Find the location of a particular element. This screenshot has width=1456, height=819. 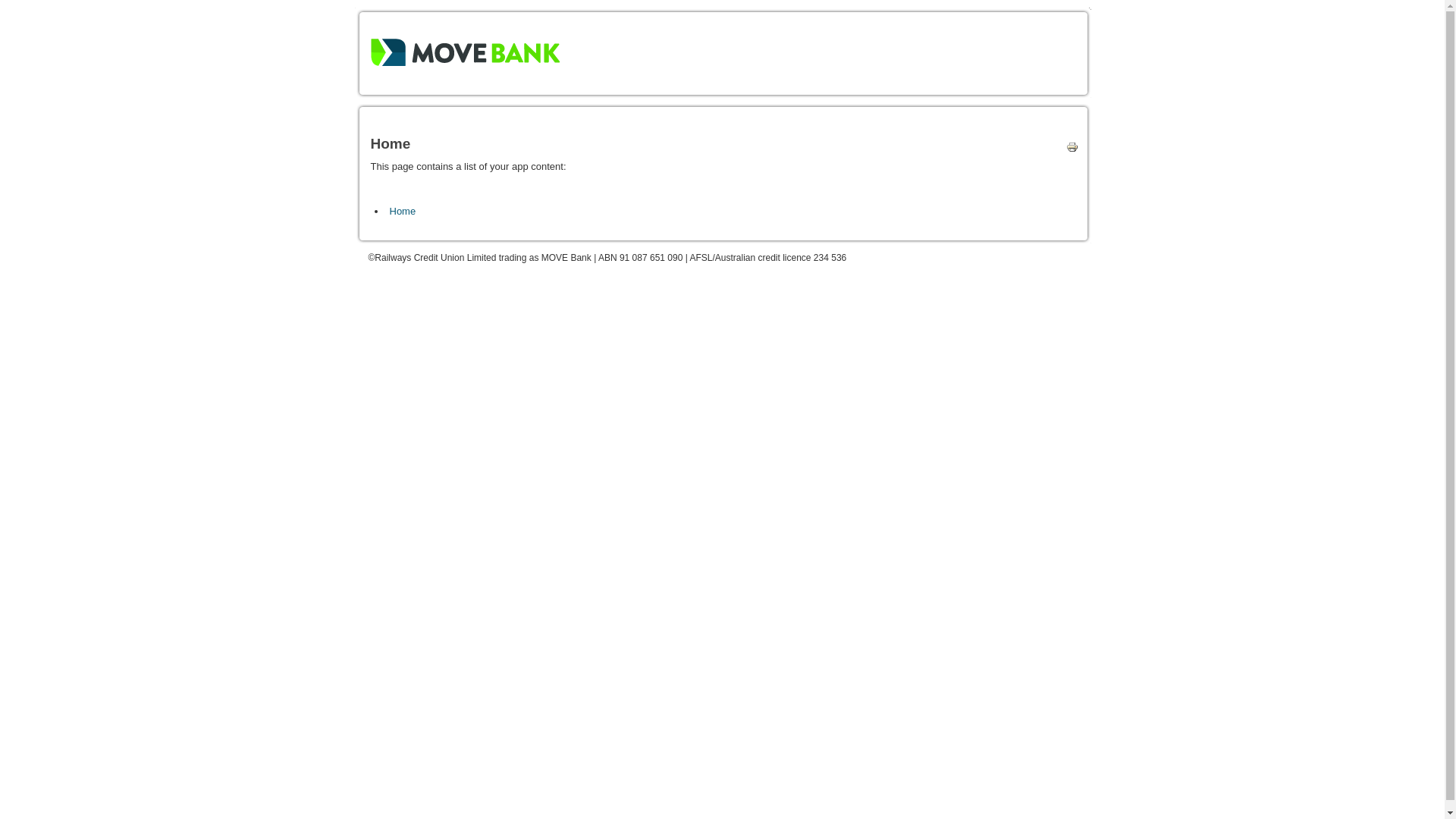

'Print' is located at coordinates (1068, 149).